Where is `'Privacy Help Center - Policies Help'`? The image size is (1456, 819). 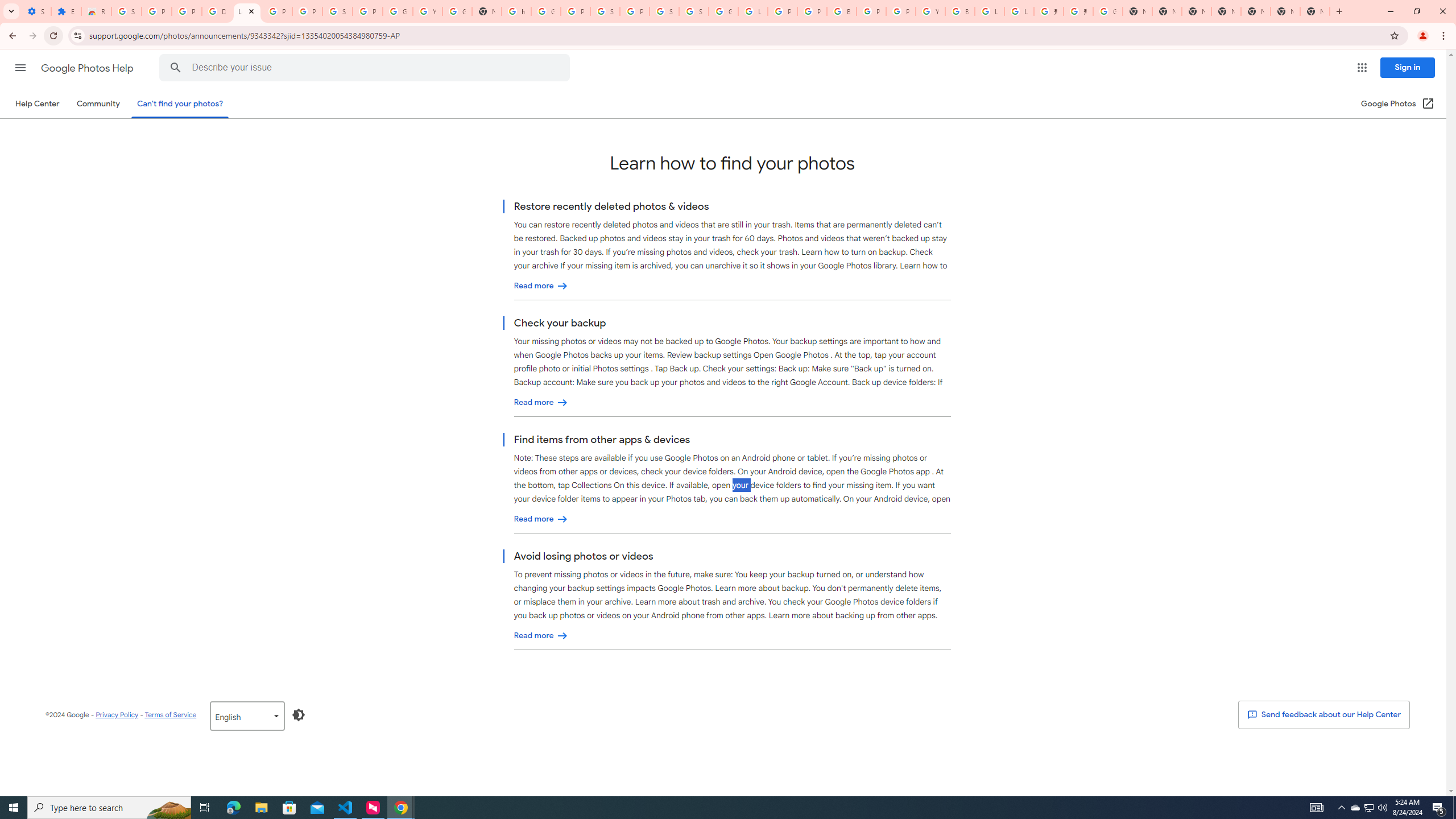 'Privacy Help Center - Policies Help' is located at coordinates (811, 11).